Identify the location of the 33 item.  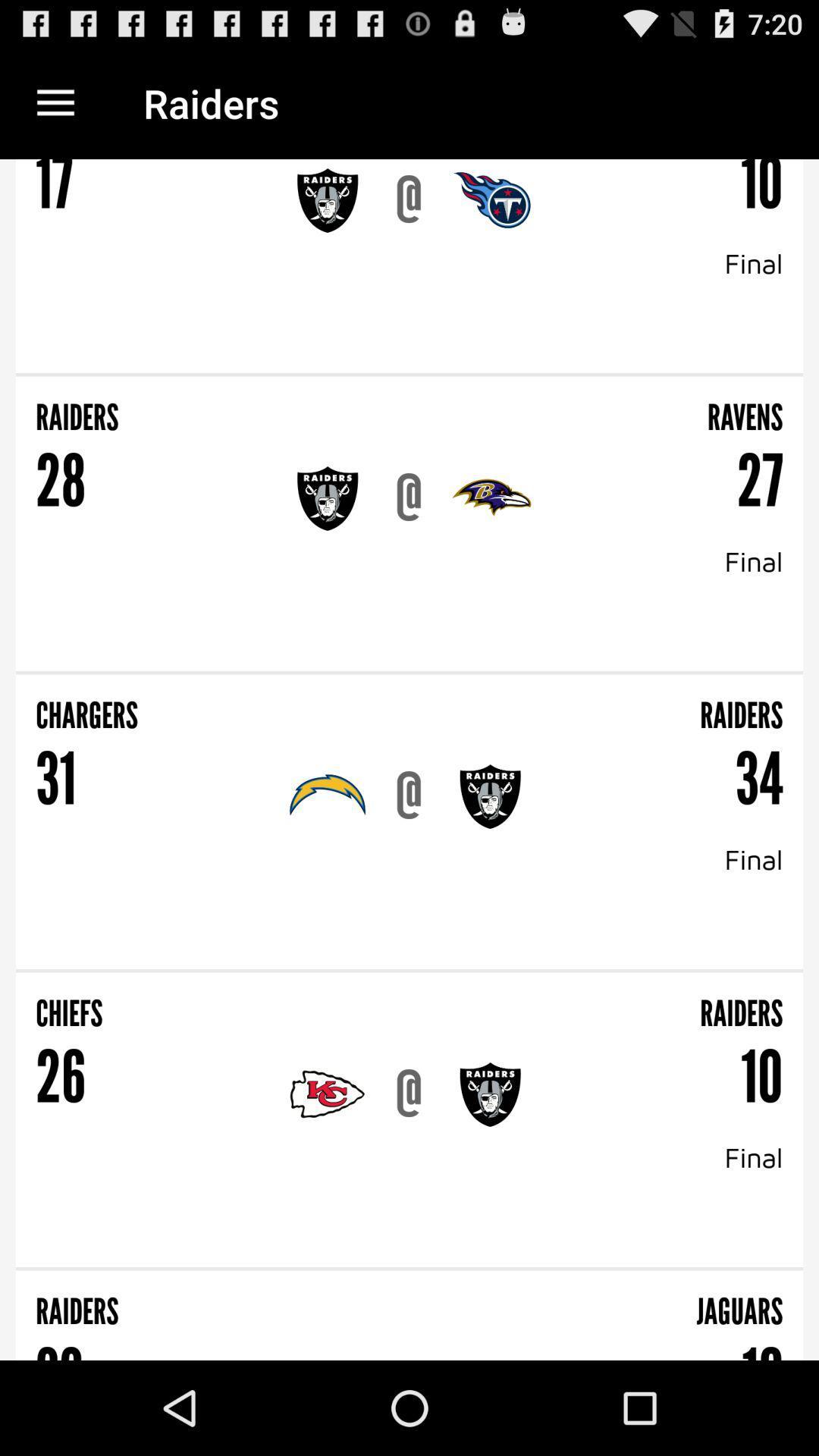
(58, 1347).